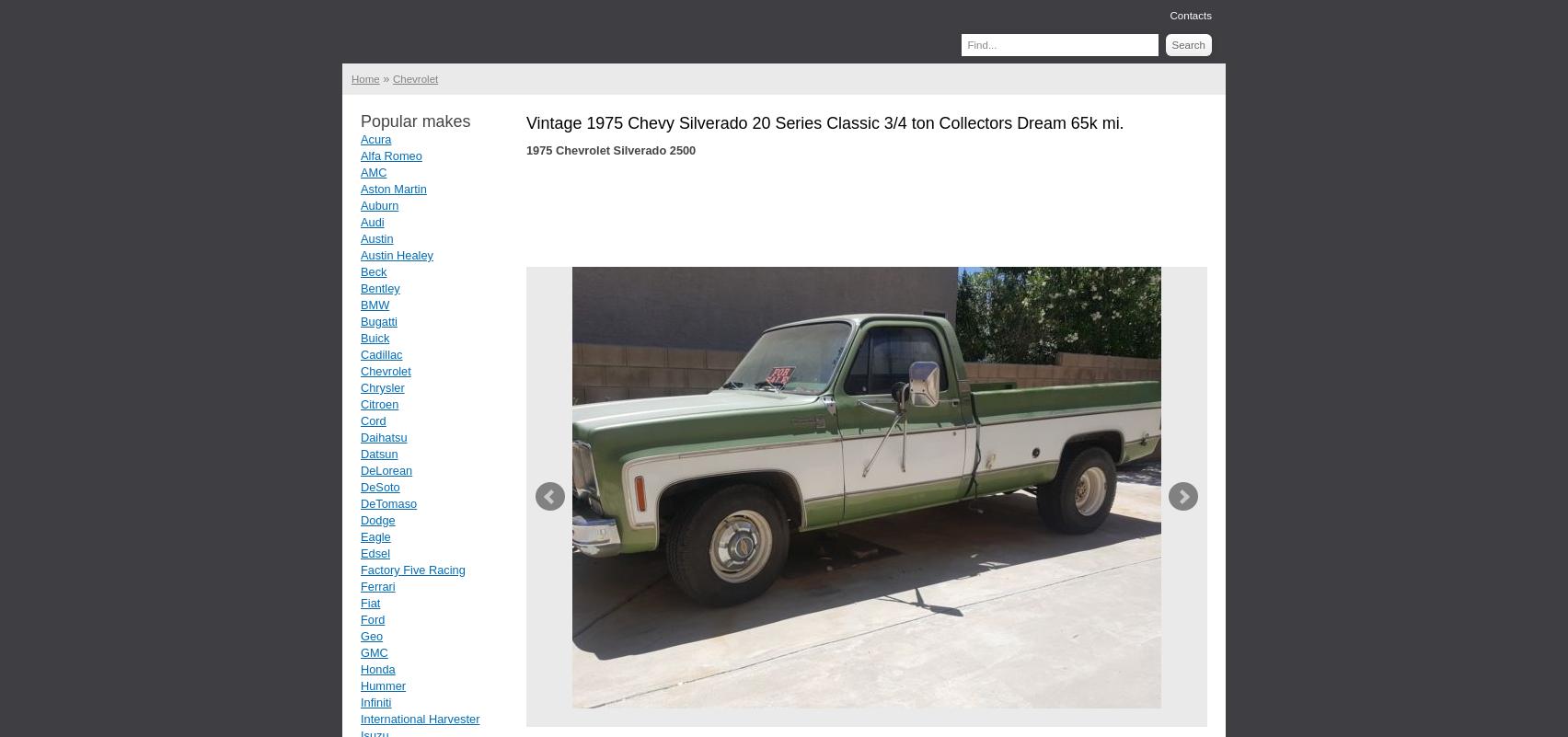  I want to click on 'Aston Martin', so click(359, 188).